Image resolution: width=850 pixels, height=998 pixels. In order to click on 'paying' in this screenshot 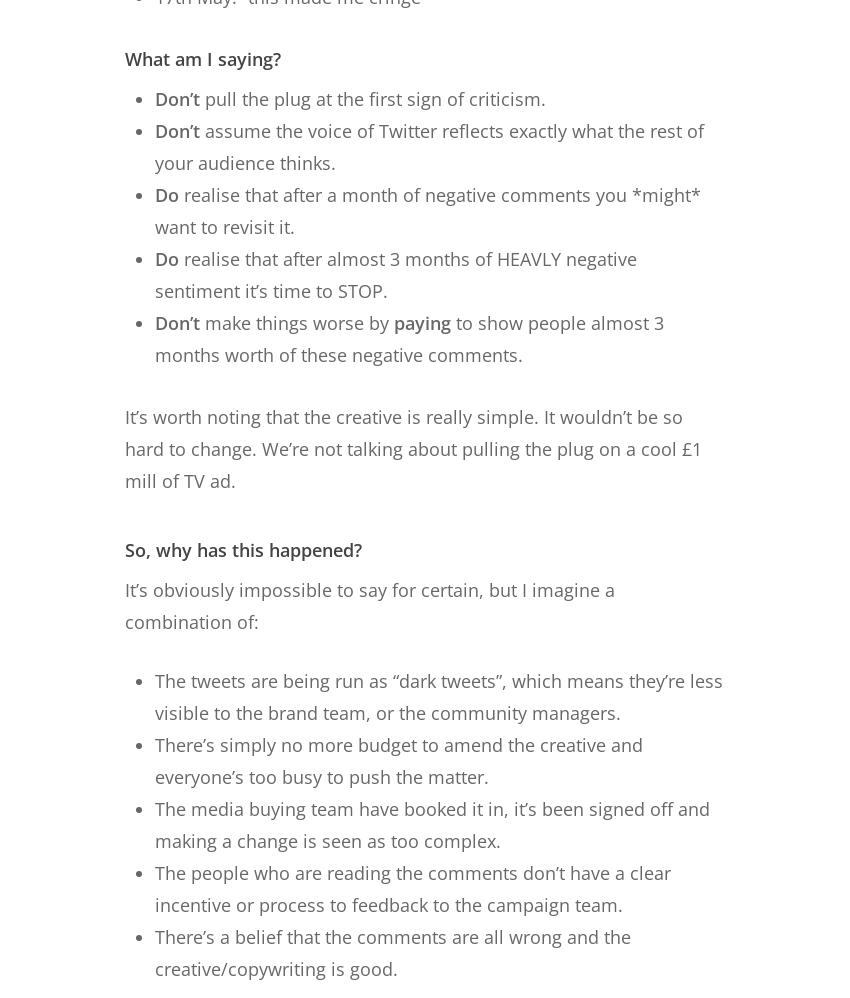, I will do `click(422, 321)`.